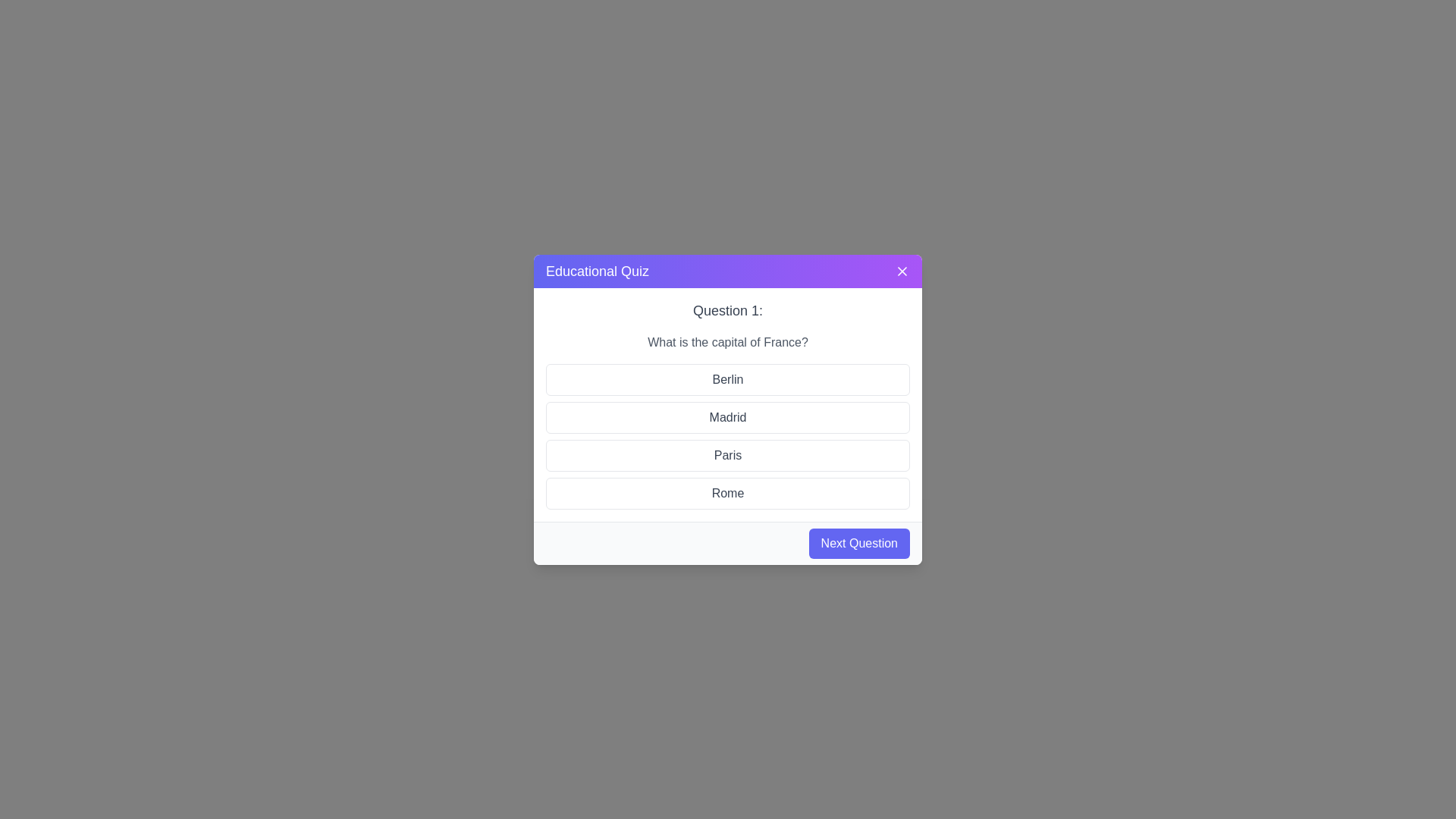 This screenshot has width=1456, height=819. I want to click on the fourth button labeled 'Rome', so click(728, 493).